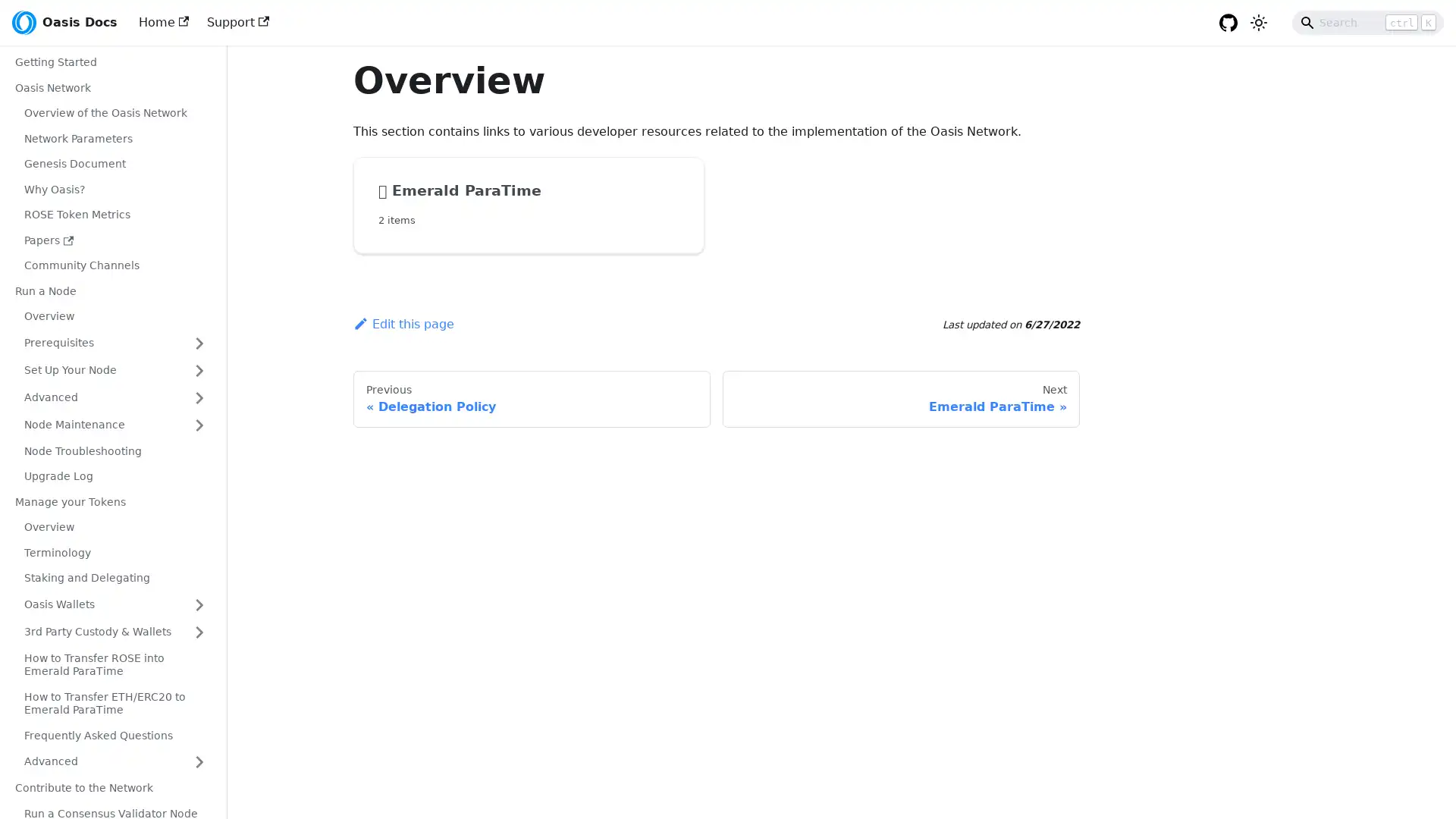 The width and height of the screenshot is (1456, 819). Describe the element at coordinates (199, 397) in the screenshot. I see `Toggle the collapsible sidebar category 'Advanced'` at that location.